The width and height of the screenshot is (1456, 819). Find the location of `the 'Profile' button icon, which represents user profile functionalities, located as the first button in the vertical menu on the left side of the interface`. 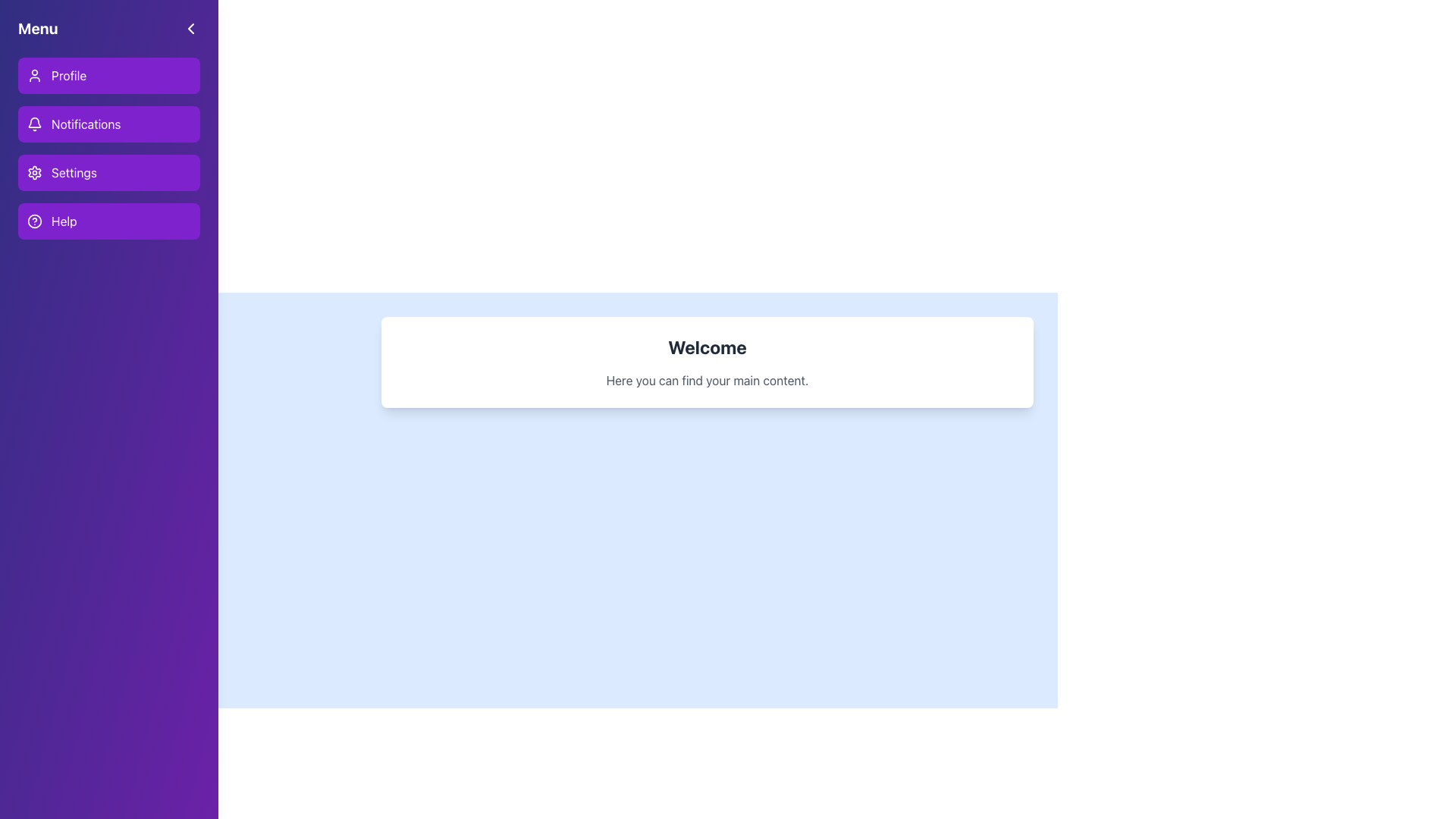

the 'Profile' button icon, which represents user profile functionalities, located as the first button in the vertical menu on the left side of the interface is located at coordinates (35, 76).